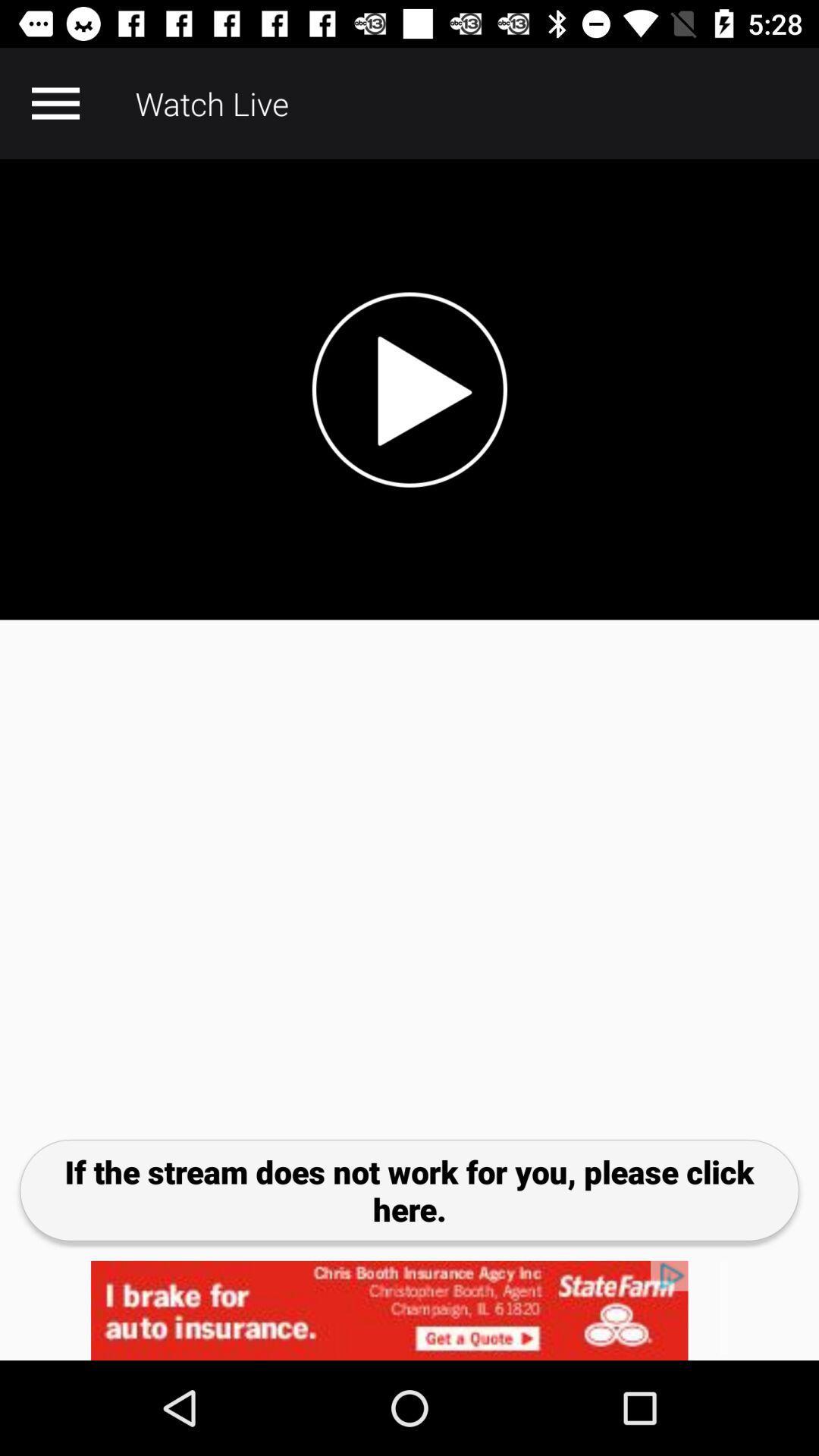  What do you see at coordinates (409, 1310) in the screenshot?
I see `advertisement` at bounding box center [409, 1310].